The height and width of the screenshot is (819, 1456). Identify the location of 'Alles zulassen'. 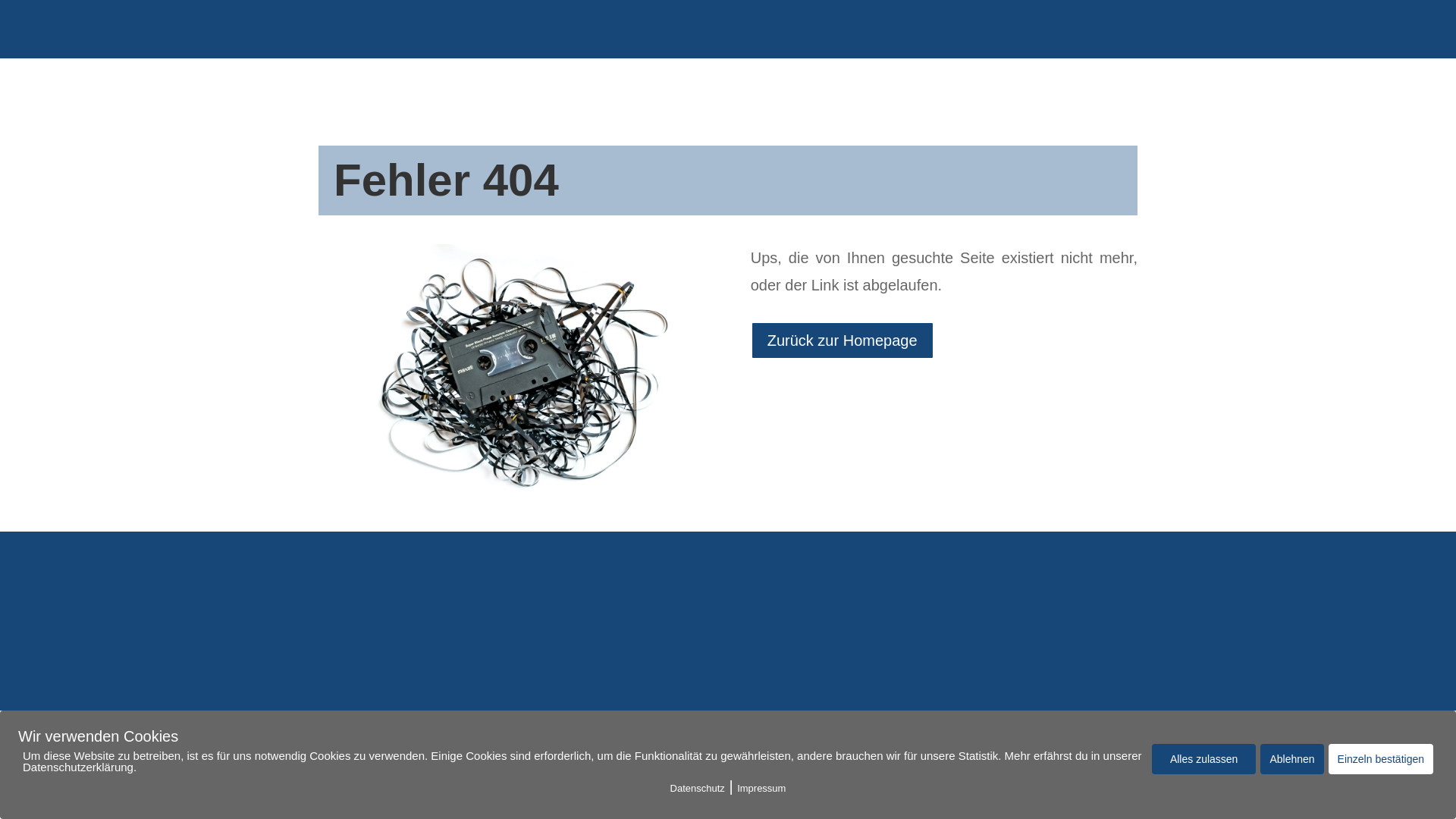
(1203, 759).